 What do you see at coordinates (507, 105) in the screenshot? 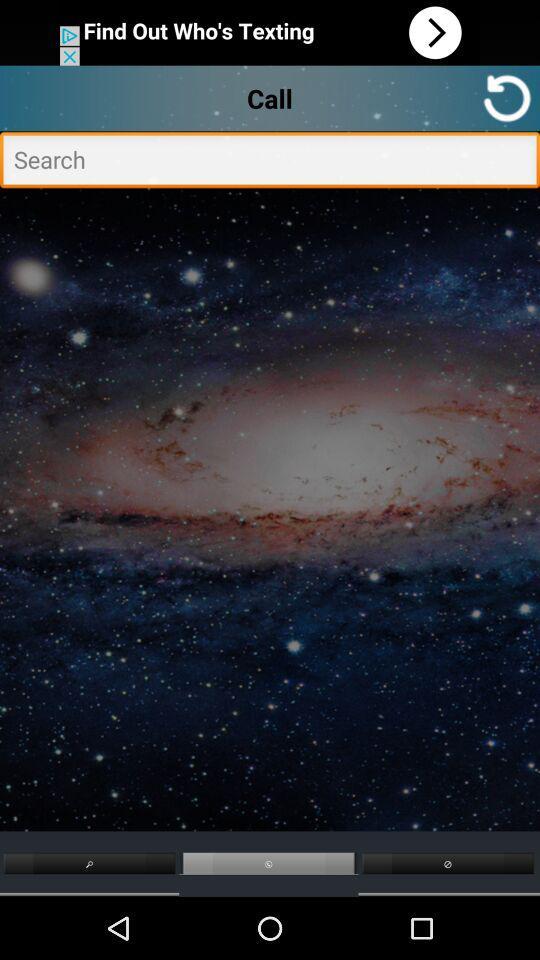
I see `the refresh icon` at bounding box center [507, 105].